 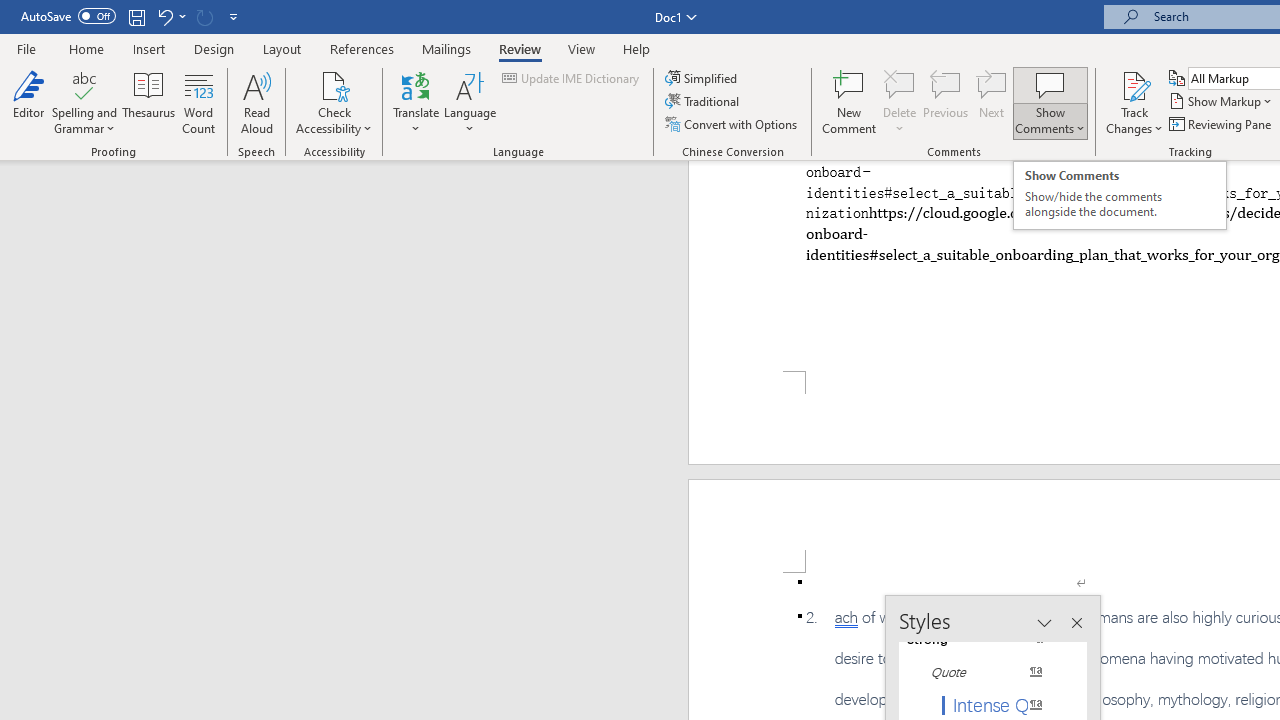 I want to click on 'Track Changes', so click(x=1134, y=84).